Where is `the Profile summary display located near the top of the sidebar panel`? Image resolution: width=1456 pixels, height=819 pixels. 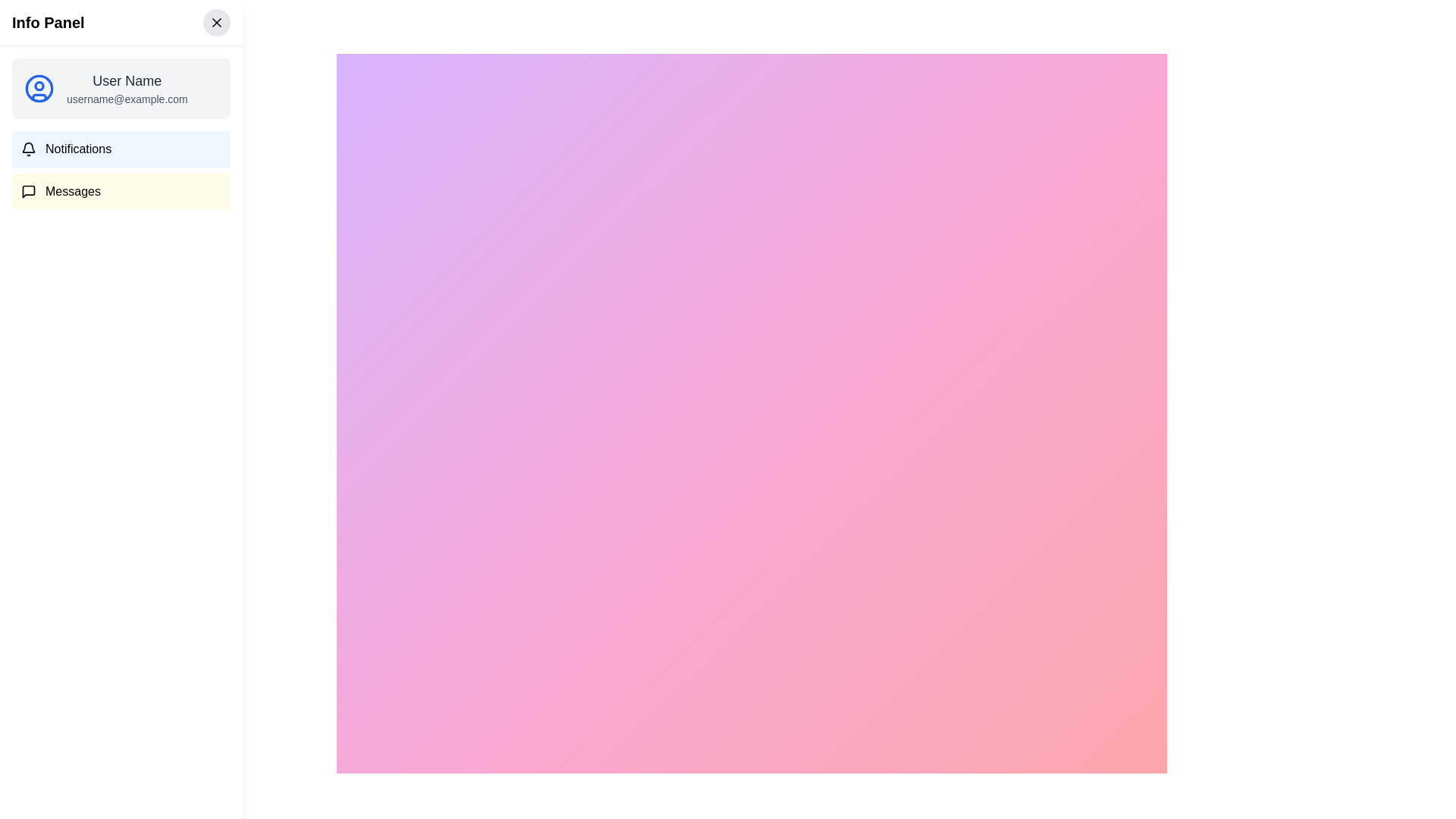 the Profile summary display located near the top of the sidebar panel is located at coordinates (120, 88).